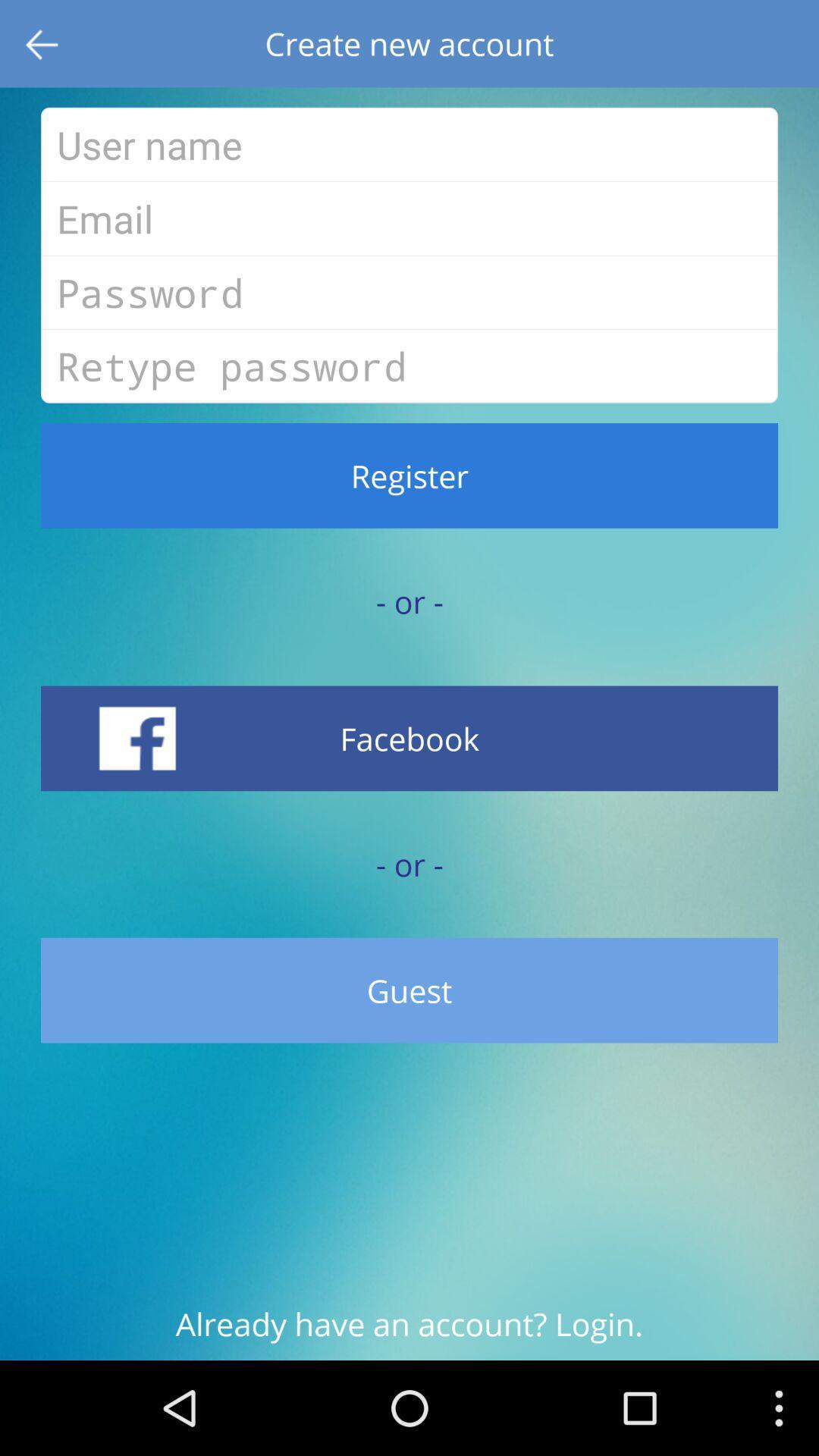 The width and height of the screenshot is (819, 1456). What do you see at coordinates (409, 1331) in the screenshot?
I see `the item below guest` at bounding box center [409, 1331].